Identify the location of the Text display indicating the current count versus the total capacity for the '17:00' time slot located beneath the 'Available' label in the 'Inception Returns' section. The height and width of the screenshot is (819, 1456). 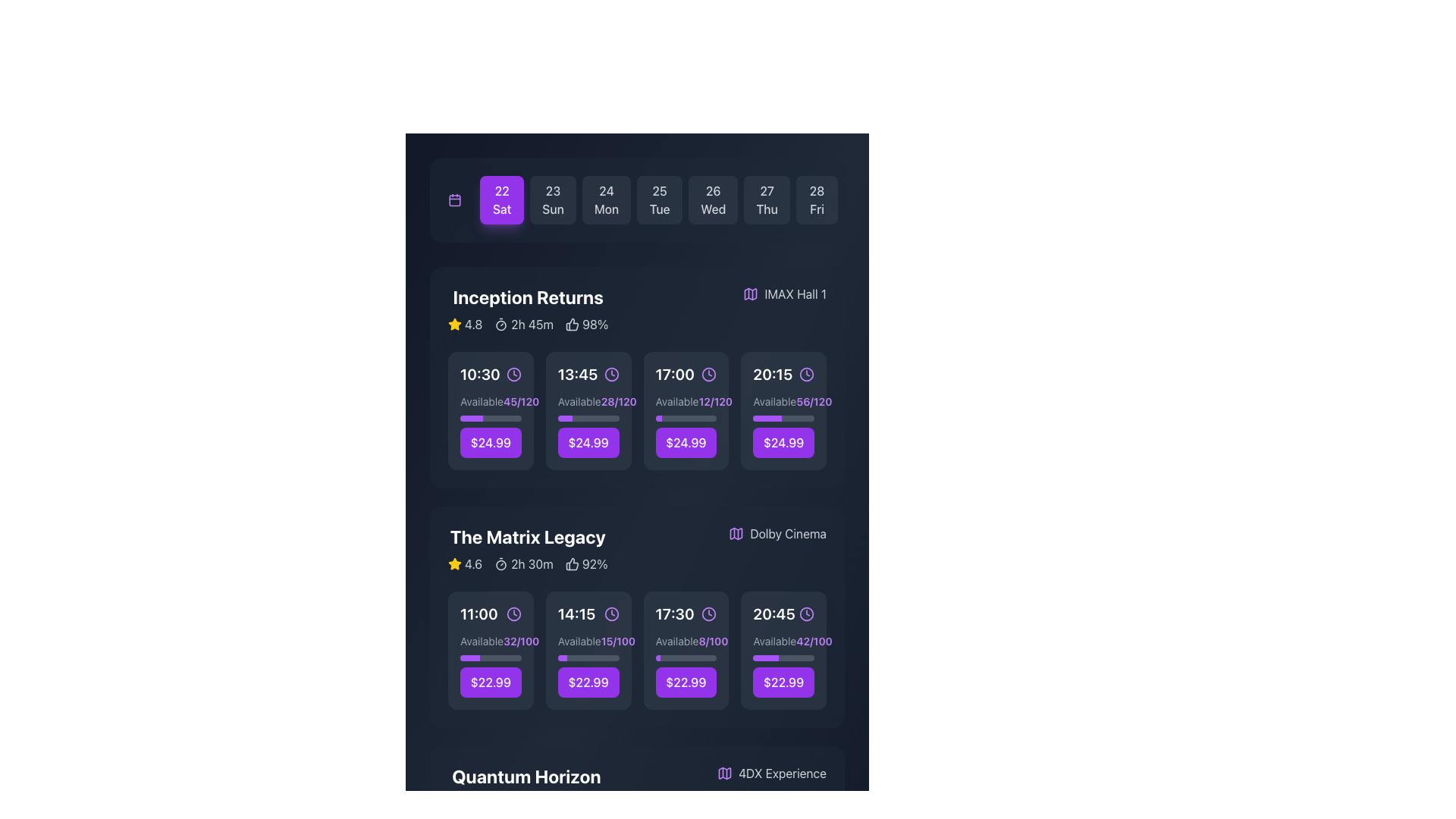
(714, 400).